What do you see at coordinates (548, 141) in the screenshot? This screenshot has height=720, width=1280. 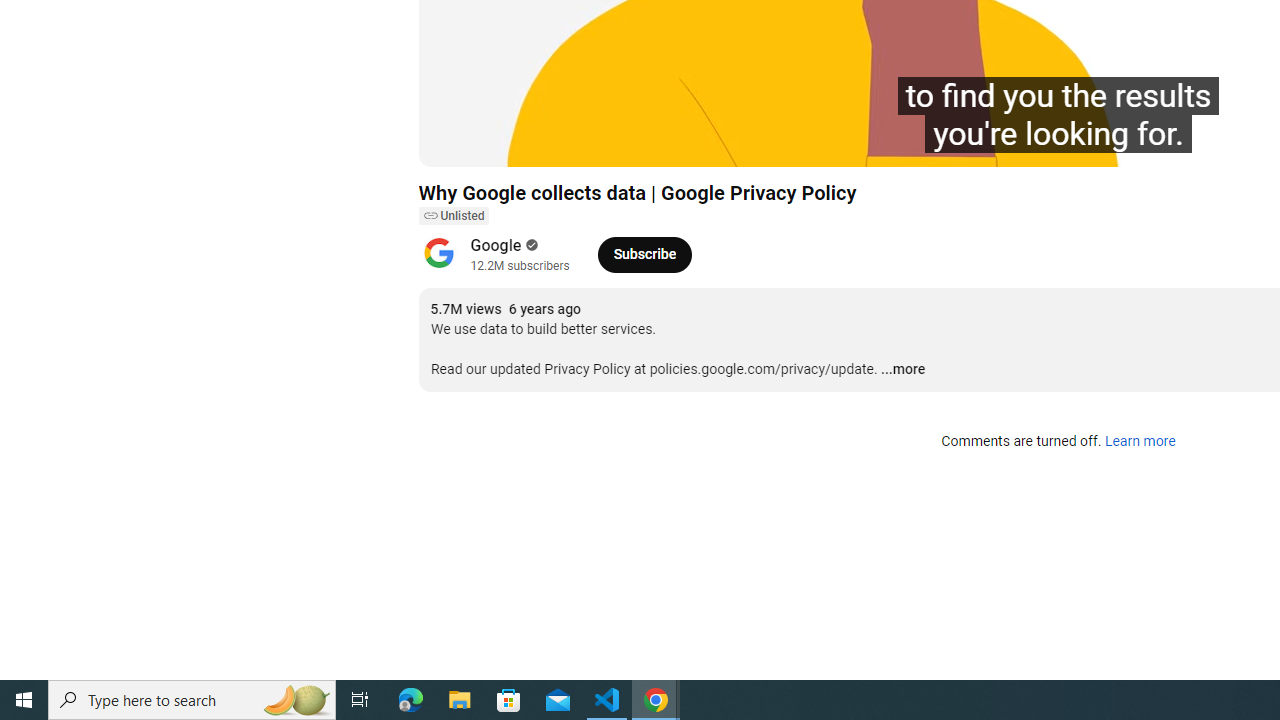 I see `'Mute (m)'` at bounding box center [548, 141].